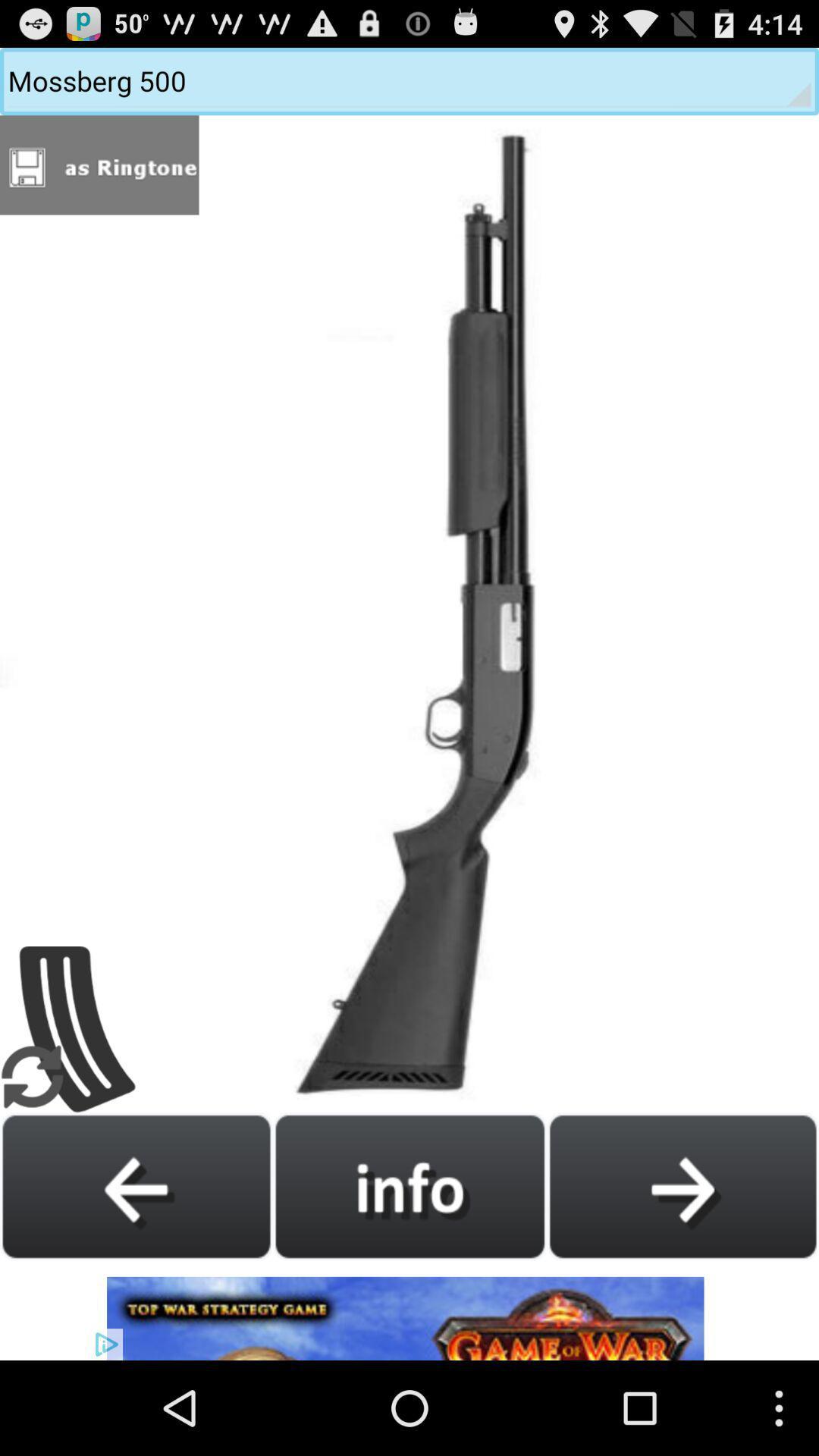 The image size is (819, 1456). I want to click on information, so click(409, 1185).